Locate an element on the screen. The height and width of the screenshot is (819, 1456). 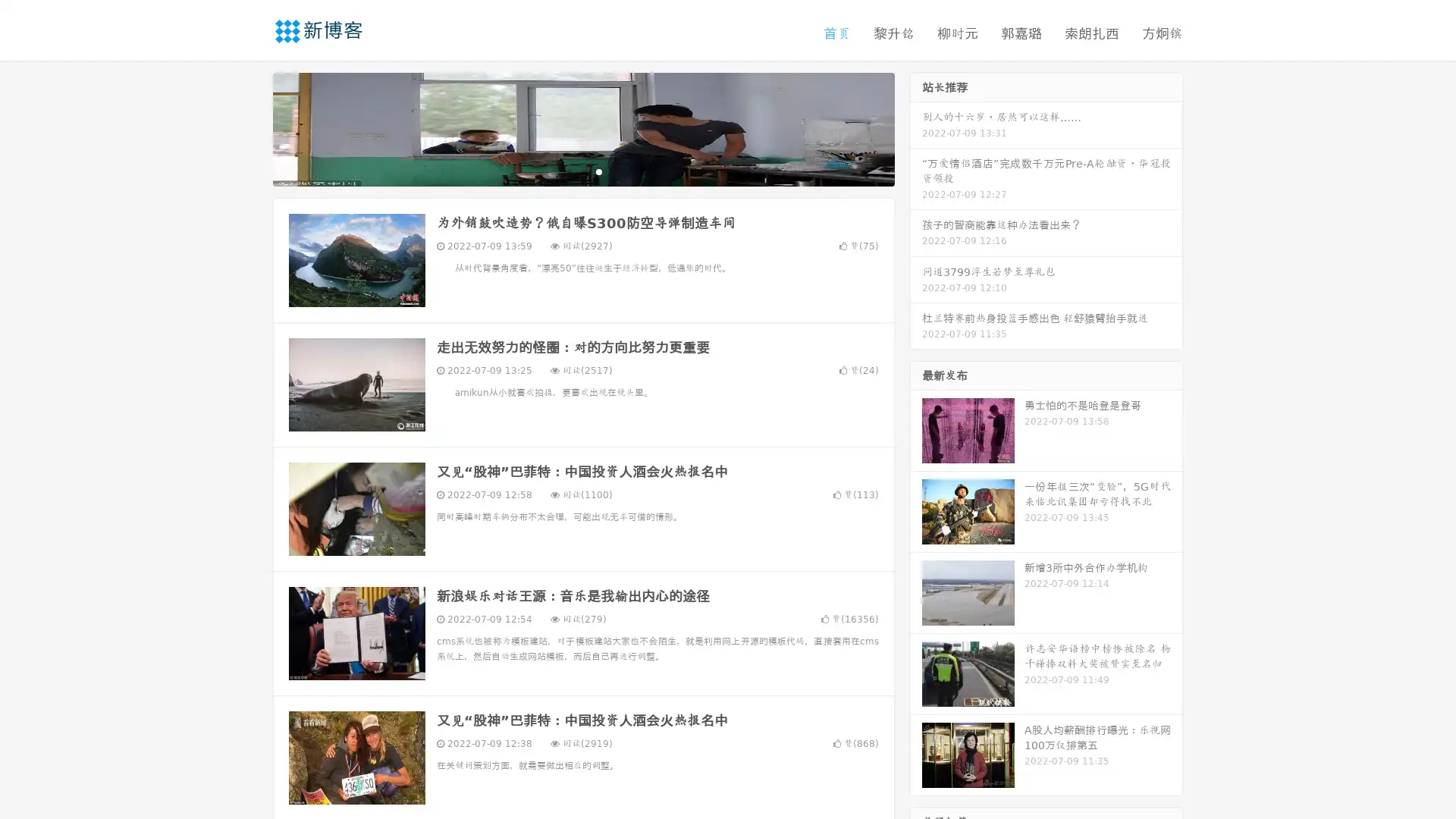
Previous slide is located at coordinates (250, 127).